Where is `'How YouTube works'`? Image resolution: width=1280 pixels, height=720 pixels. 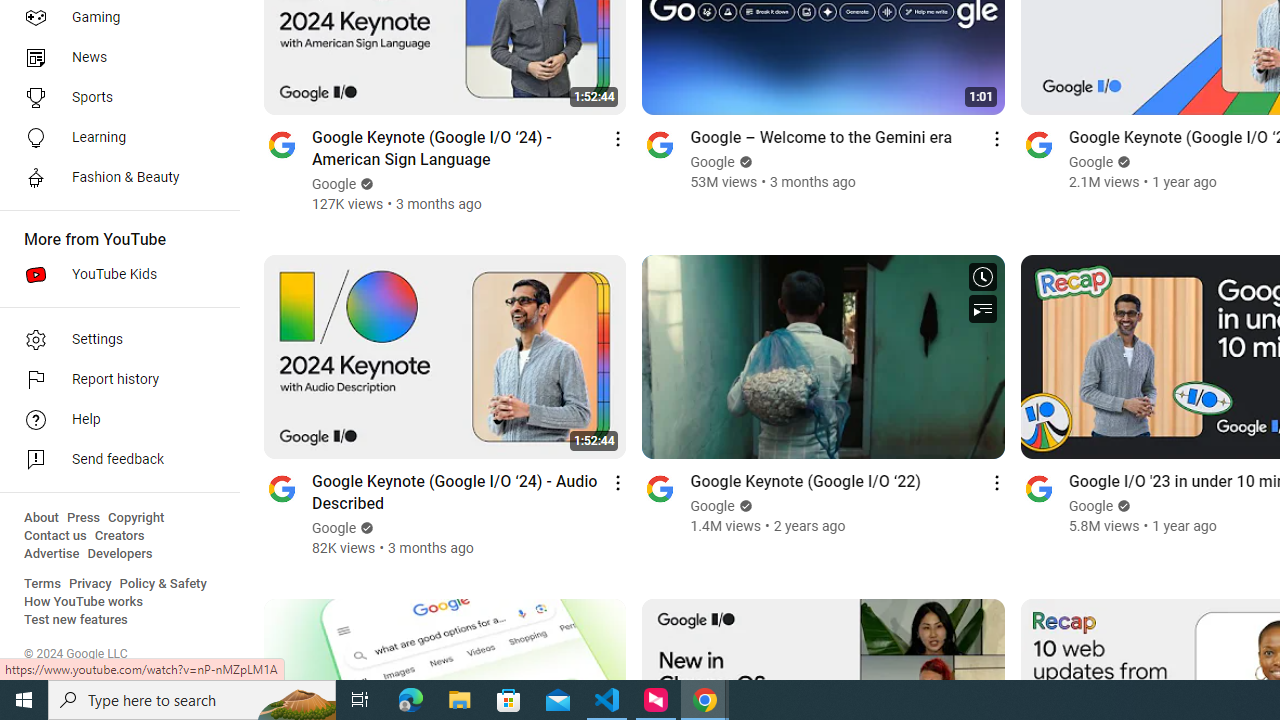 'How YouTube works' is located at coordinates (82, 601).